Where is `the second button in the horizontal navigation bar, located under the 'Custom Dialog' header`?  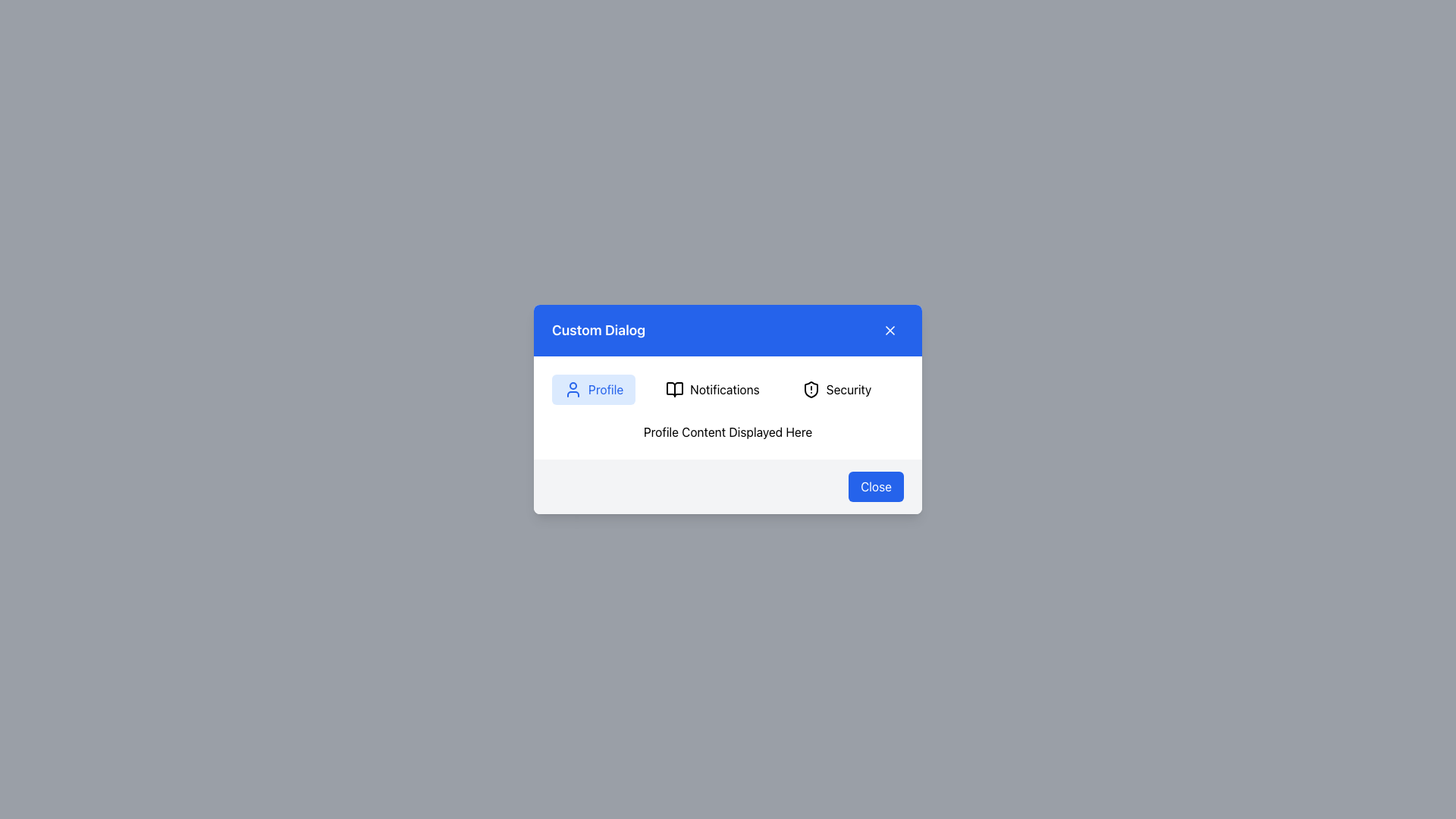
the second button in the horizontal navigation bar, located under the 'Custom Dialog' header is located at coordinates (712, 388).